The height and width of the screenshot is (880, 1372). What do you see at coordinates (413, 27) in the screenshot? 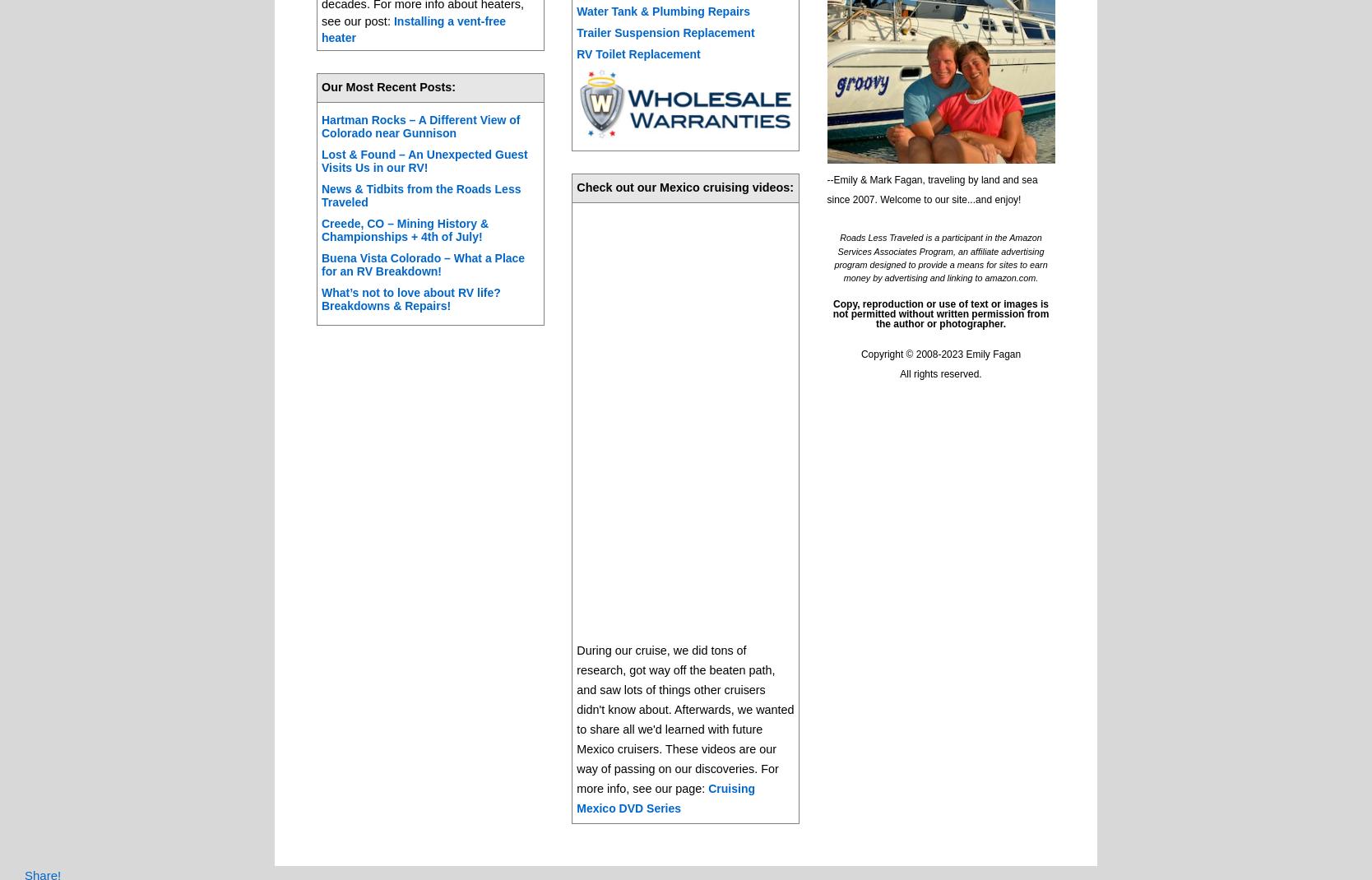
I see `'Installing a vent-free heater'` at bounding box center [413, 27].